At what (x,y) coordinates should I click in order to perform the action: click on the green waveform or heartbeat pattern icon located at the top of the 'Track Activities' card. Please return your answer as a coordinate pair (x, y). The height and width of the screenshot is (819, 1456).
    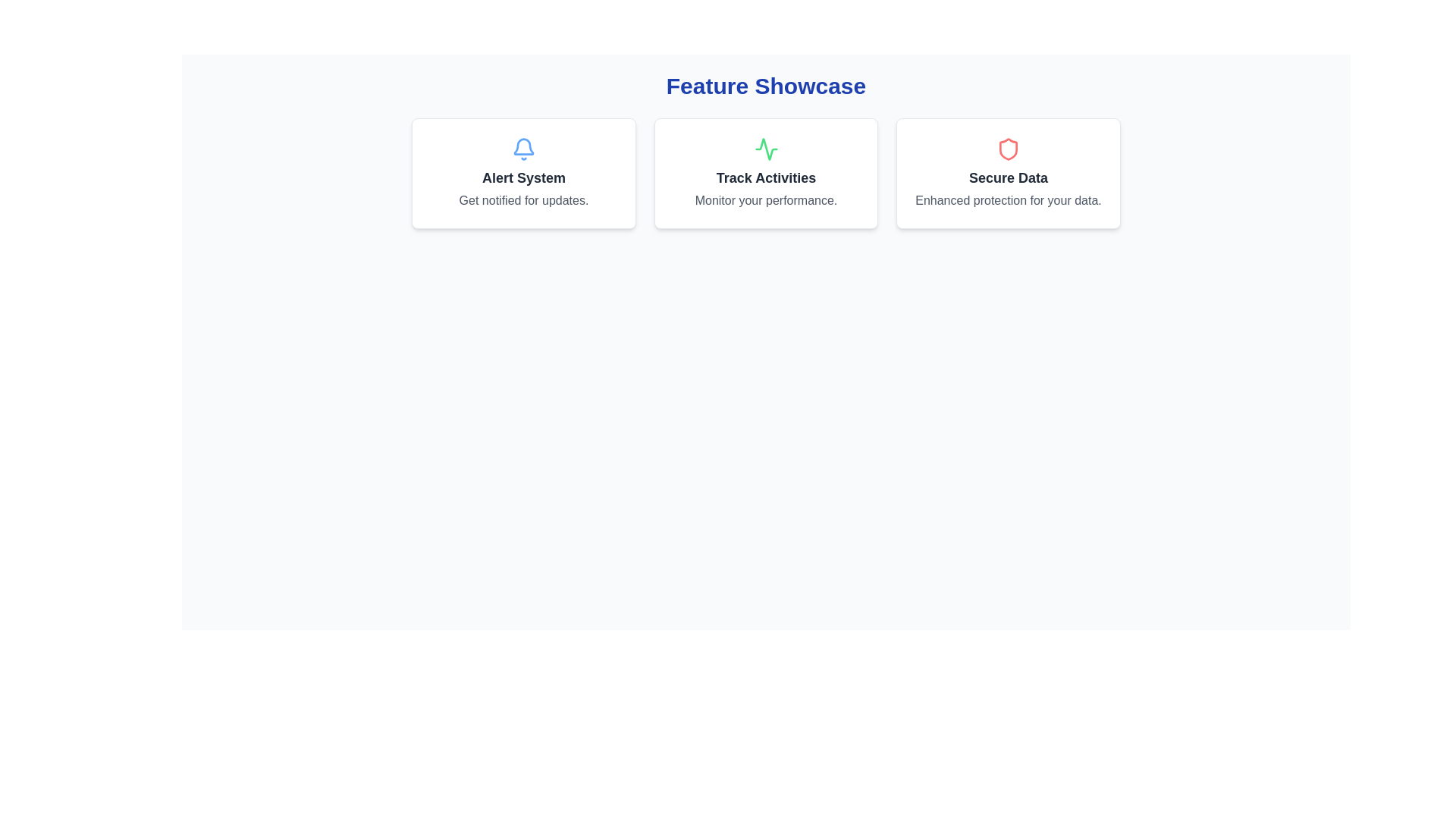
    Looking at the image, I should click on (766, 149).